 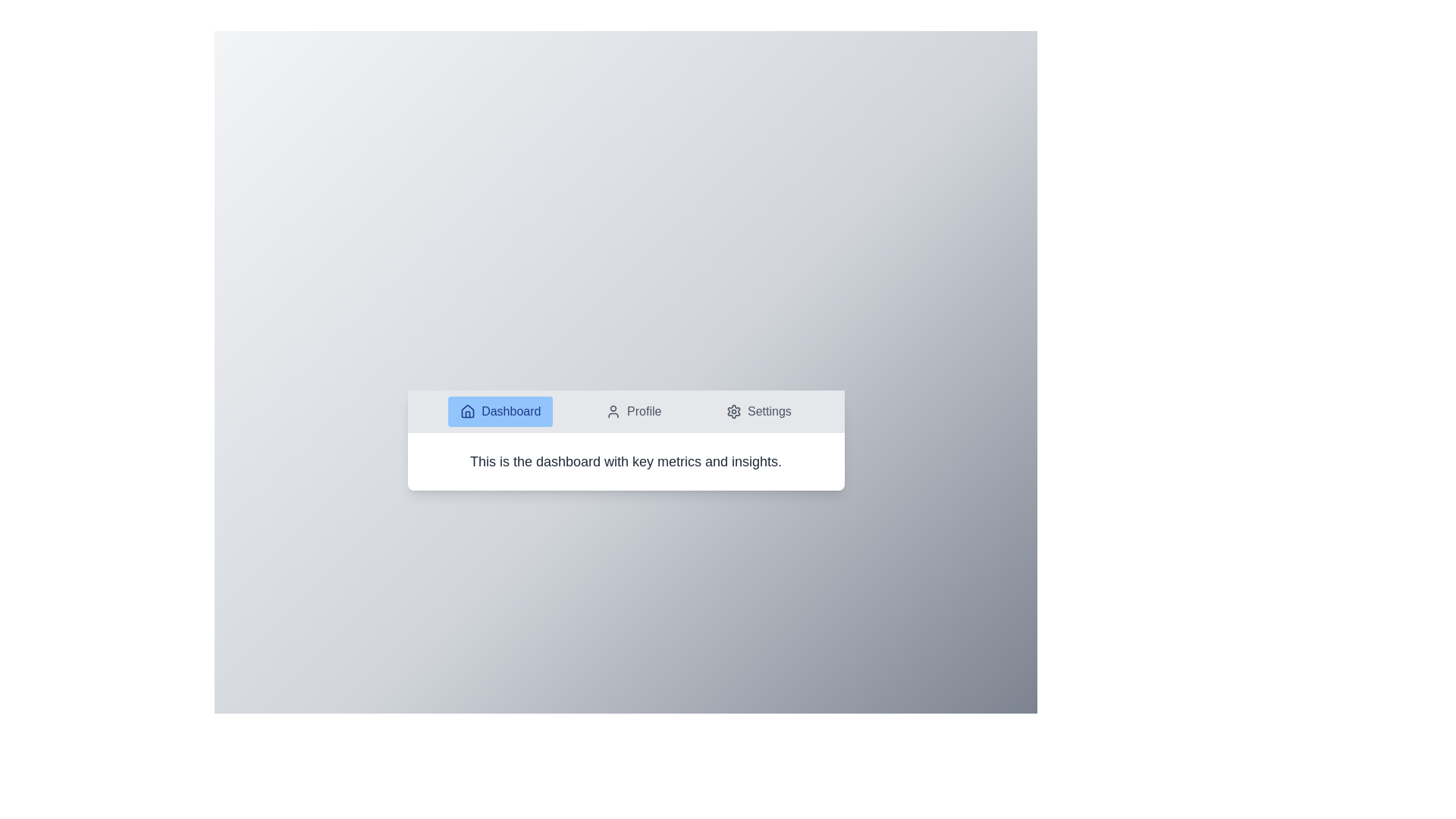 I want to click on the Dashboard tab, so click(x=500, y=412).